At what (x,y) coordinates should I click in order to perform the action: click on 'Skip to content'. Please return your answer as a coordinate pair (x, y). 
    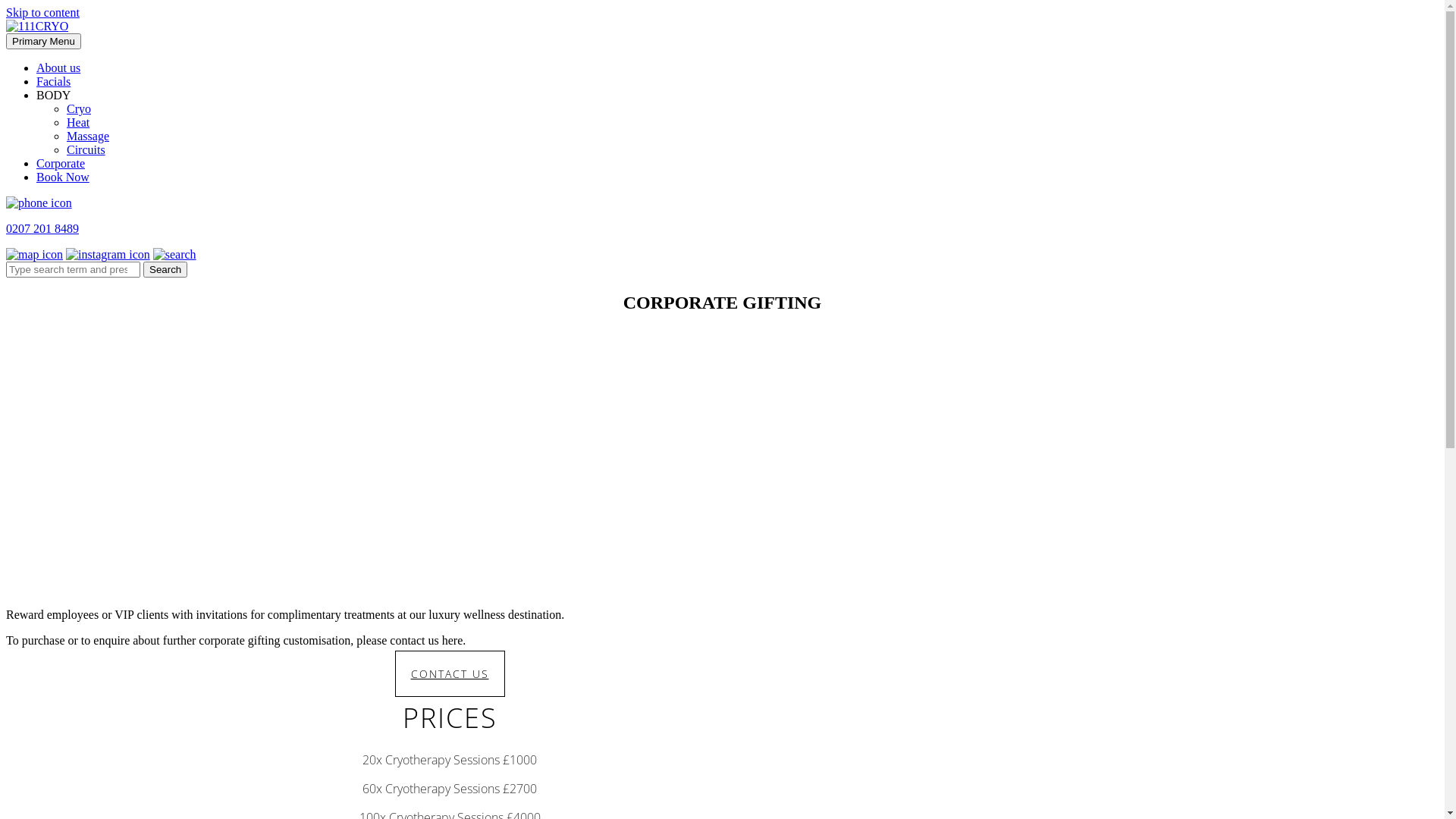
    Looking at the image, I should click on (6, 12).